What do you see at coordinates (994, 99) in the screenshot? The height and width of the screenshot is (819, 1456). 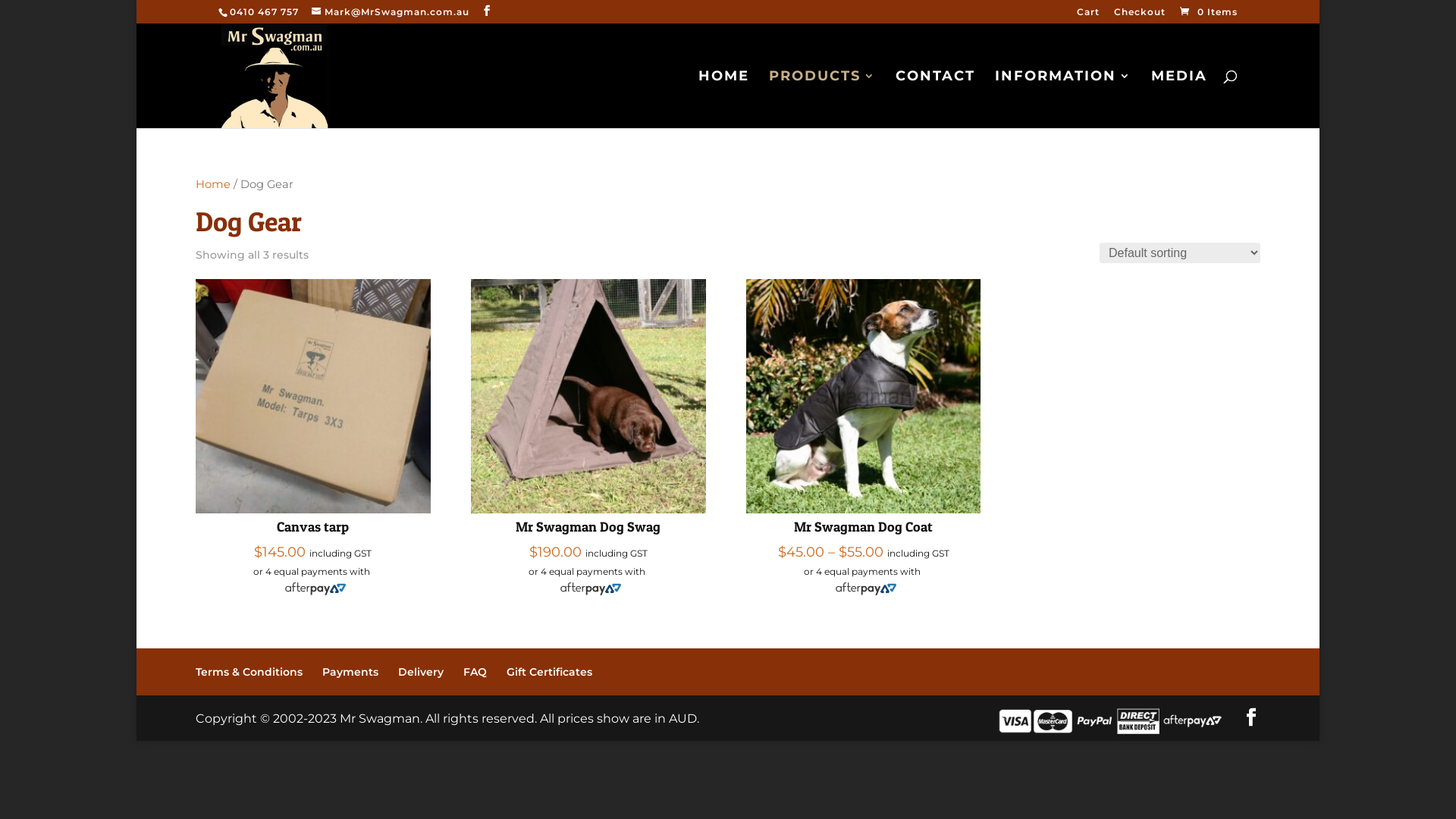 I see `'INFORMATION'` at bounding box center [994, 99].